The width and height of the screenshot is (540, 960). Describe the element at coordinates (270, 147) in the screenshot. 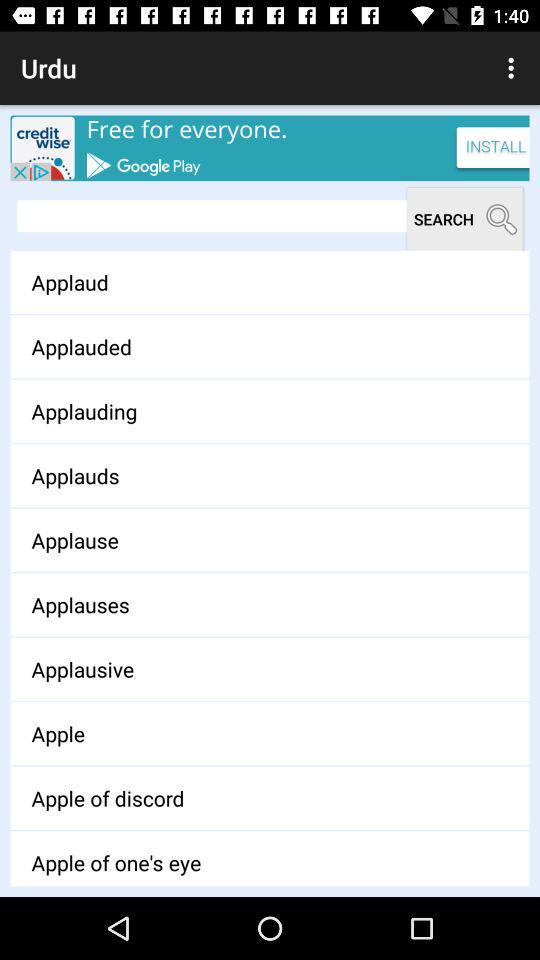

I see `open advertisement` at that location.